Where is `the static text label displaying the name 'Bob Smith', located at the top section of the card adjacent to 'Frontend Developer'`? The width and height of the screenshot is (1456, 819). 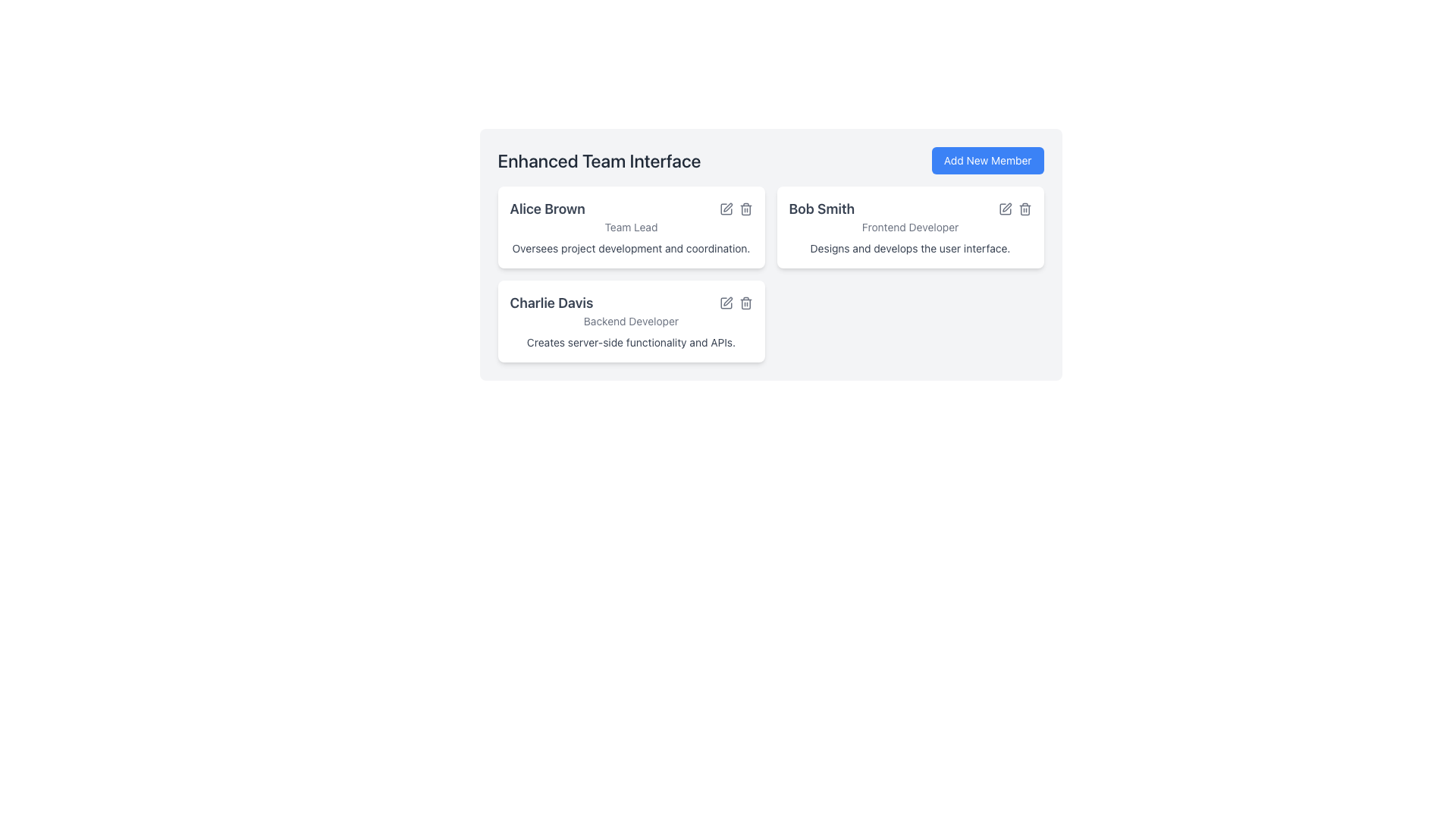 the static text label displaying the name 'Bob Smith', located at the top section of the card adjacent to 'Frontend Developer' is located at coordinates (821, 209).